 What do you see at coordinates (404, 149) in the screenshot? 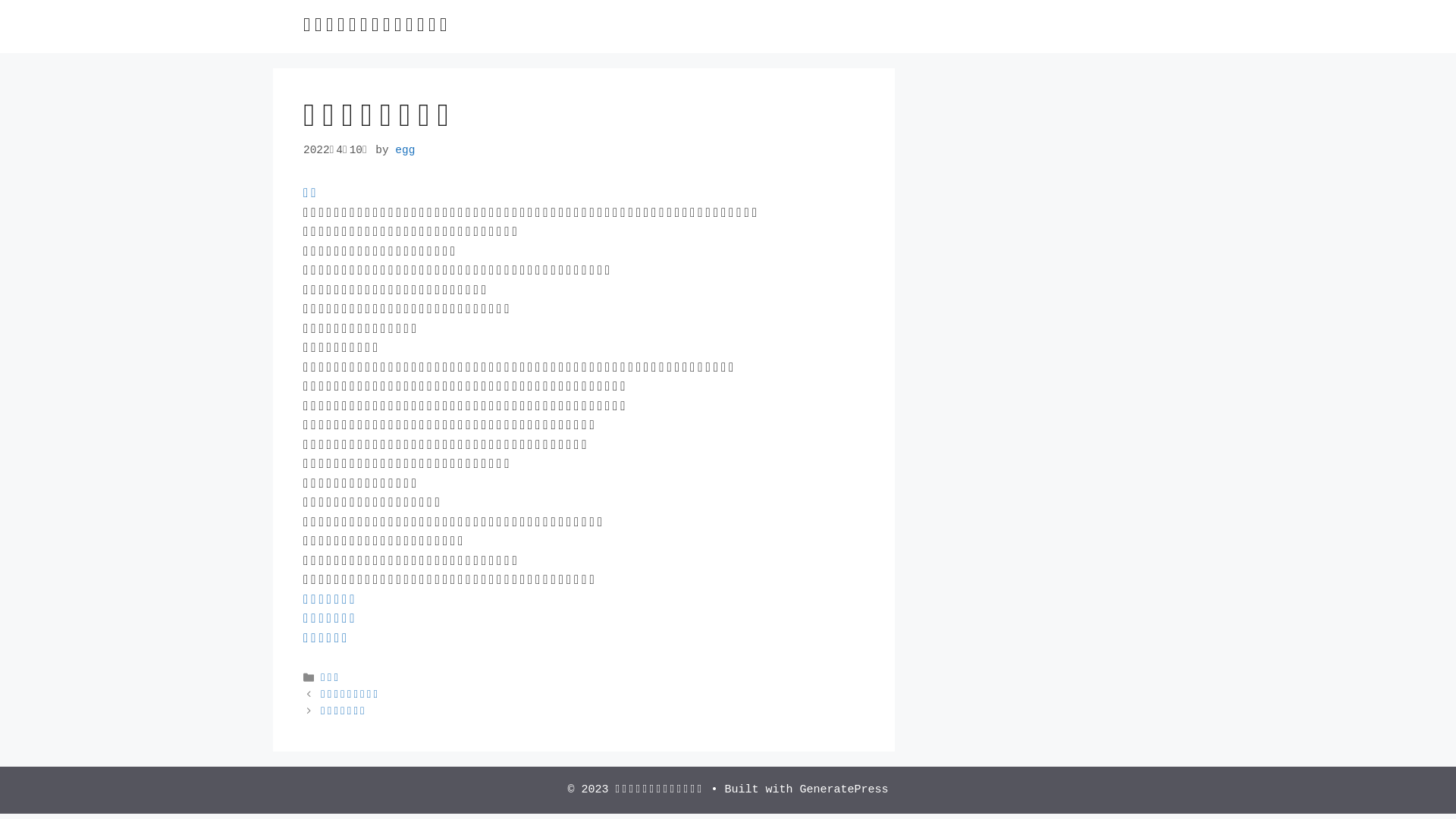
I see `'egg'` at bounding box center [404, 149].